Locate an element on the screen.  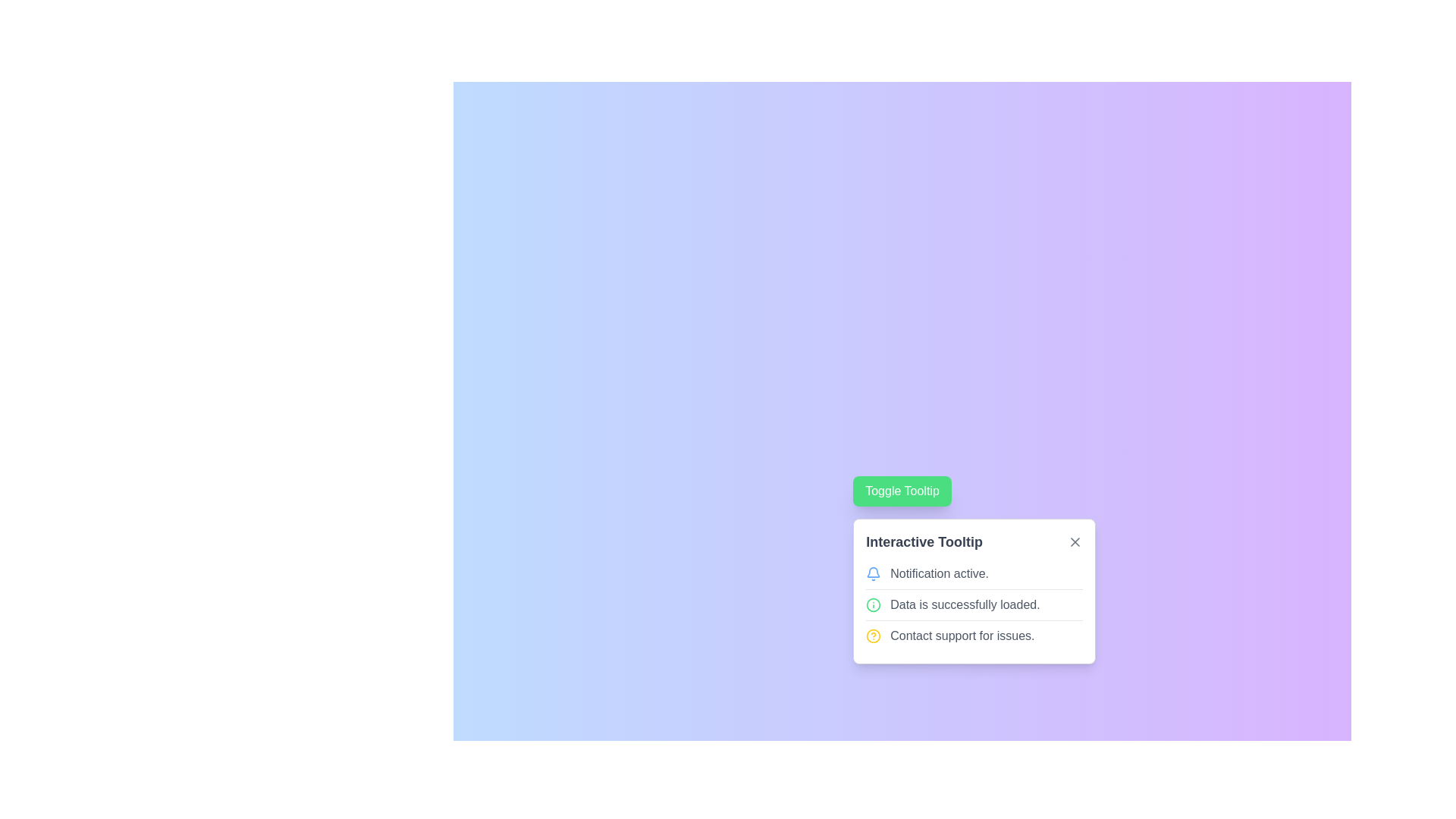
the notification message text label that provides feedback about the current activity or status, located in the tooltip near the top-left is located at coordinates (939, 573).